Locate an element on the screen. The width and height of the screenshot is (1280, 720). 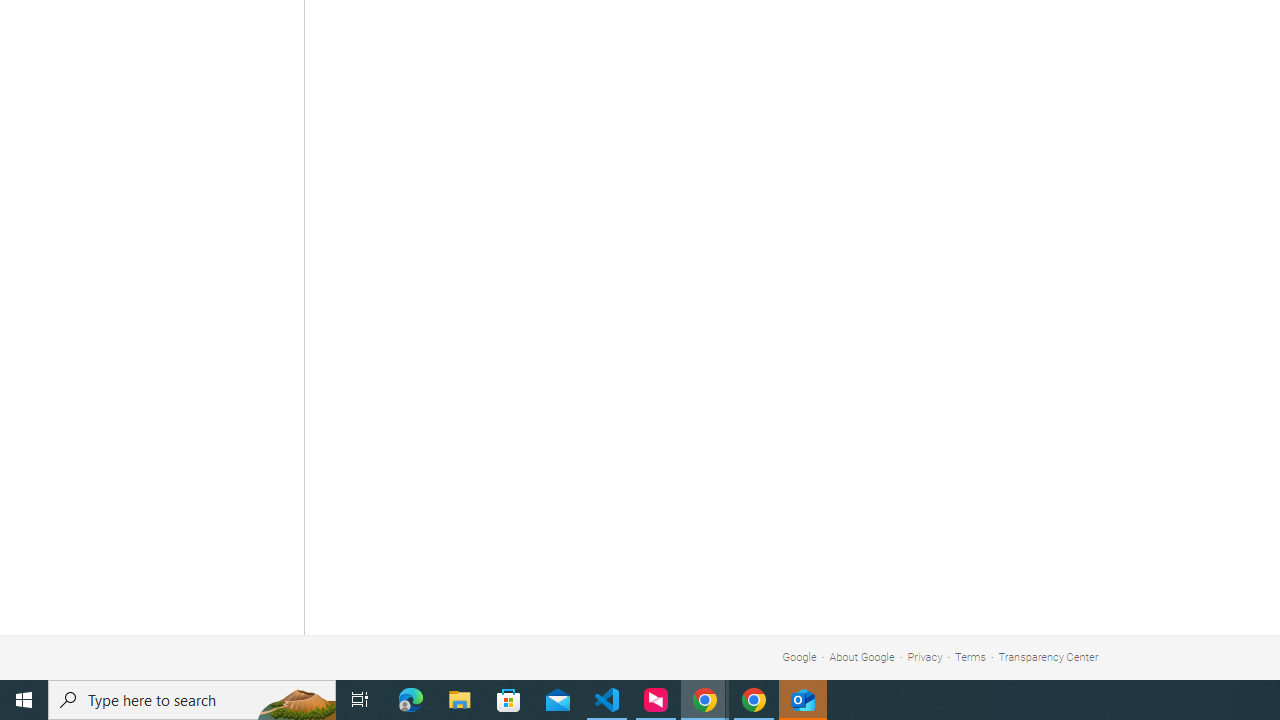
'Transparency Center' is located at coordinates (1047, 657).